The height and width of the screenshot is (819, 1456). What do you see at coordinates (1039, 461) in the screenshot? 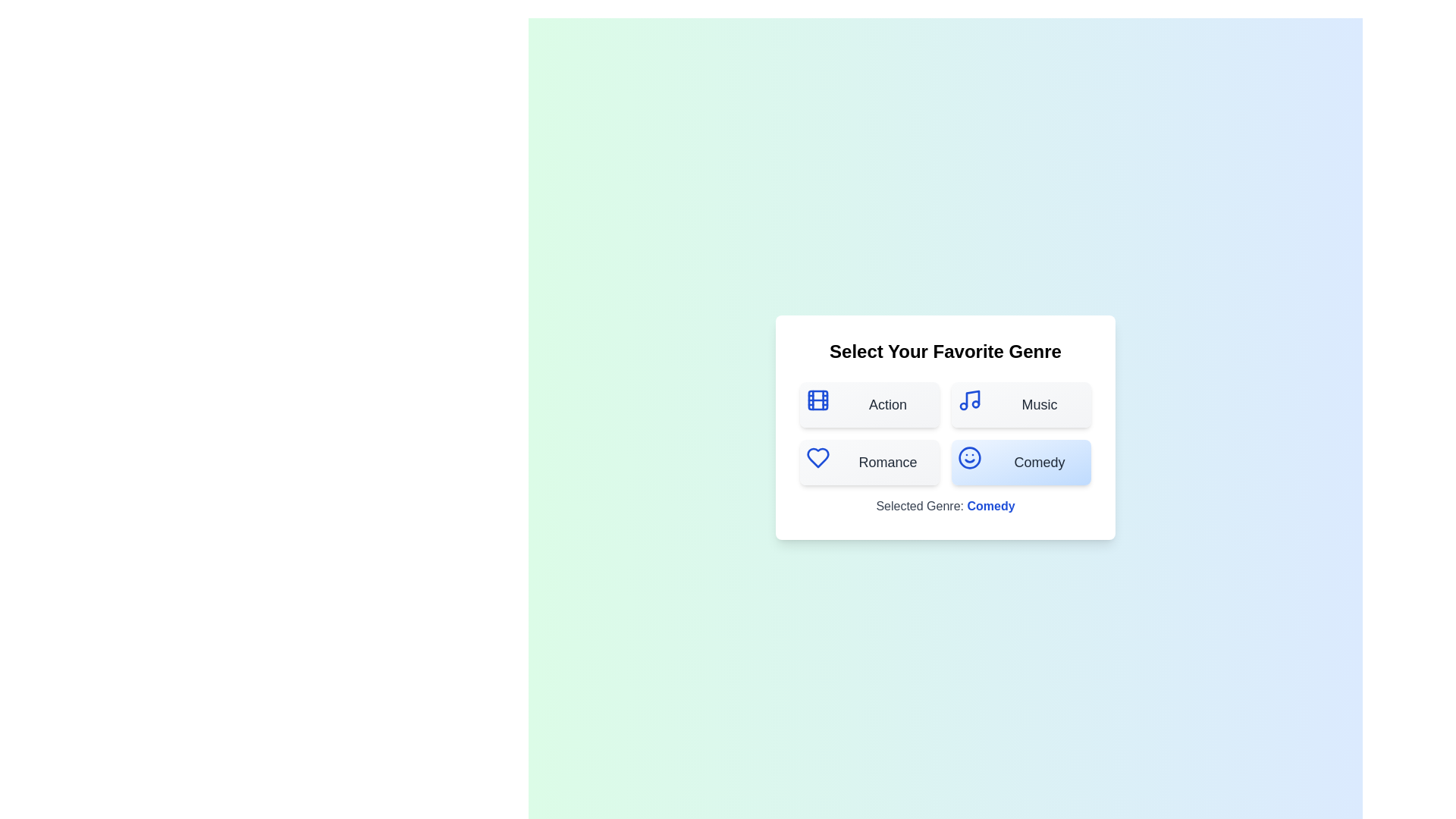
I see `the text label displaying 'Comedy' which is styled as part of a button component located in the bottom-right of the grid of options` at bounding box center [1039, 461].